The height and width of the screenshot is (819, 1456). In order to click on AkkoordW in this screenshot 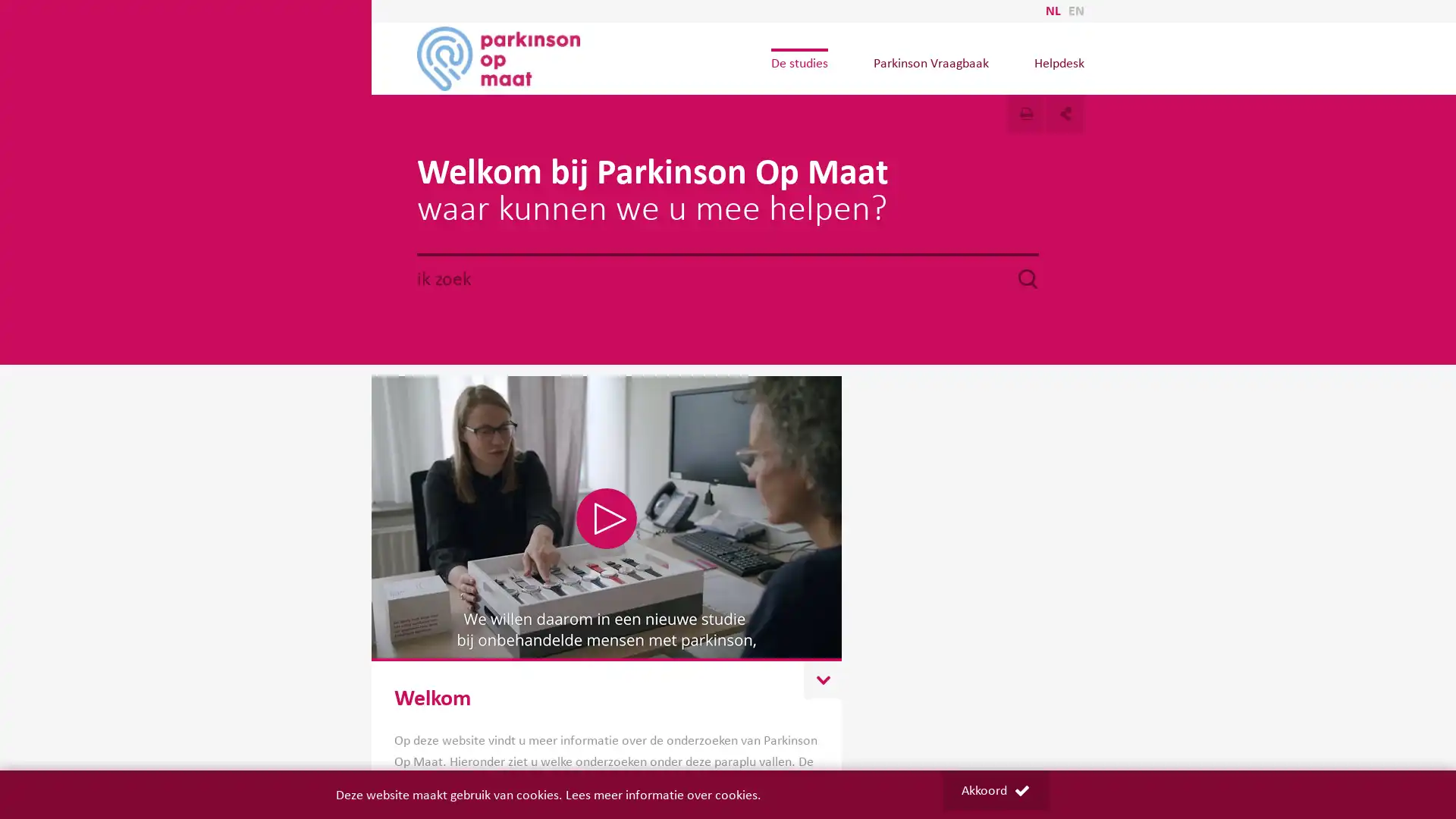, I will do `click(994, 789)`.